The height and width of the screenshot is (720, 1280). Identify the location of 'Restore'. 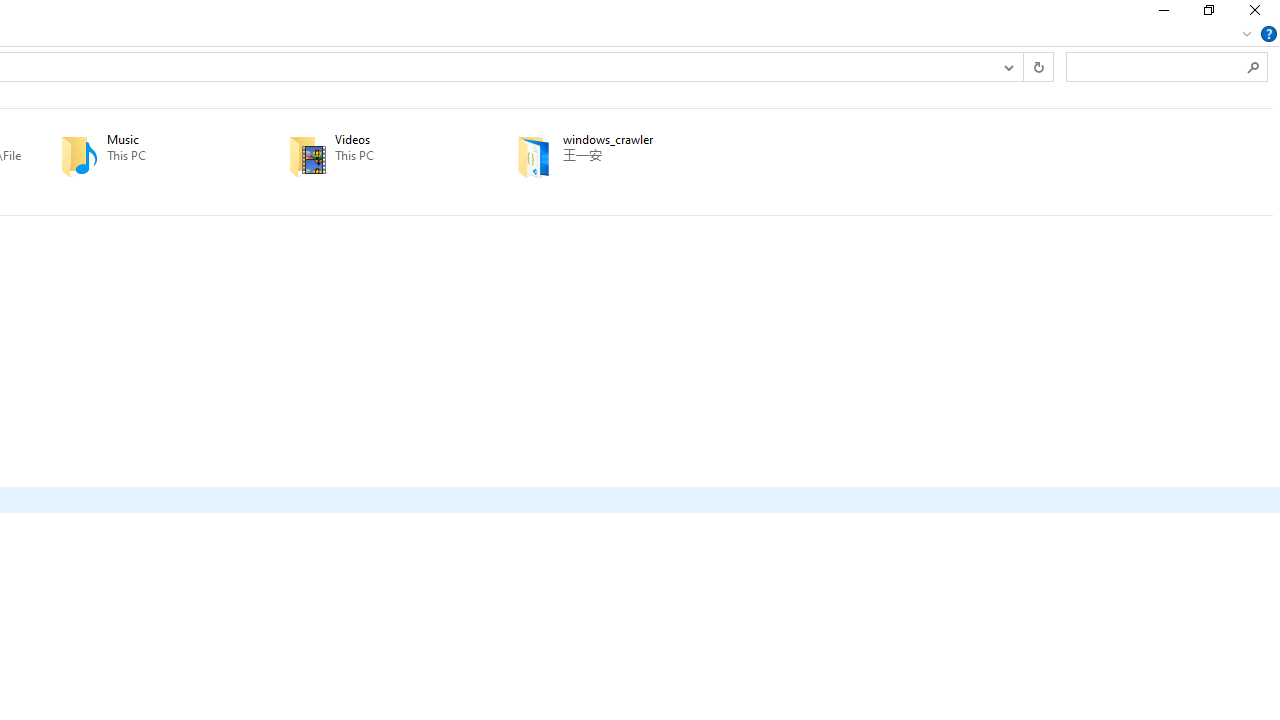
(1207, 15).